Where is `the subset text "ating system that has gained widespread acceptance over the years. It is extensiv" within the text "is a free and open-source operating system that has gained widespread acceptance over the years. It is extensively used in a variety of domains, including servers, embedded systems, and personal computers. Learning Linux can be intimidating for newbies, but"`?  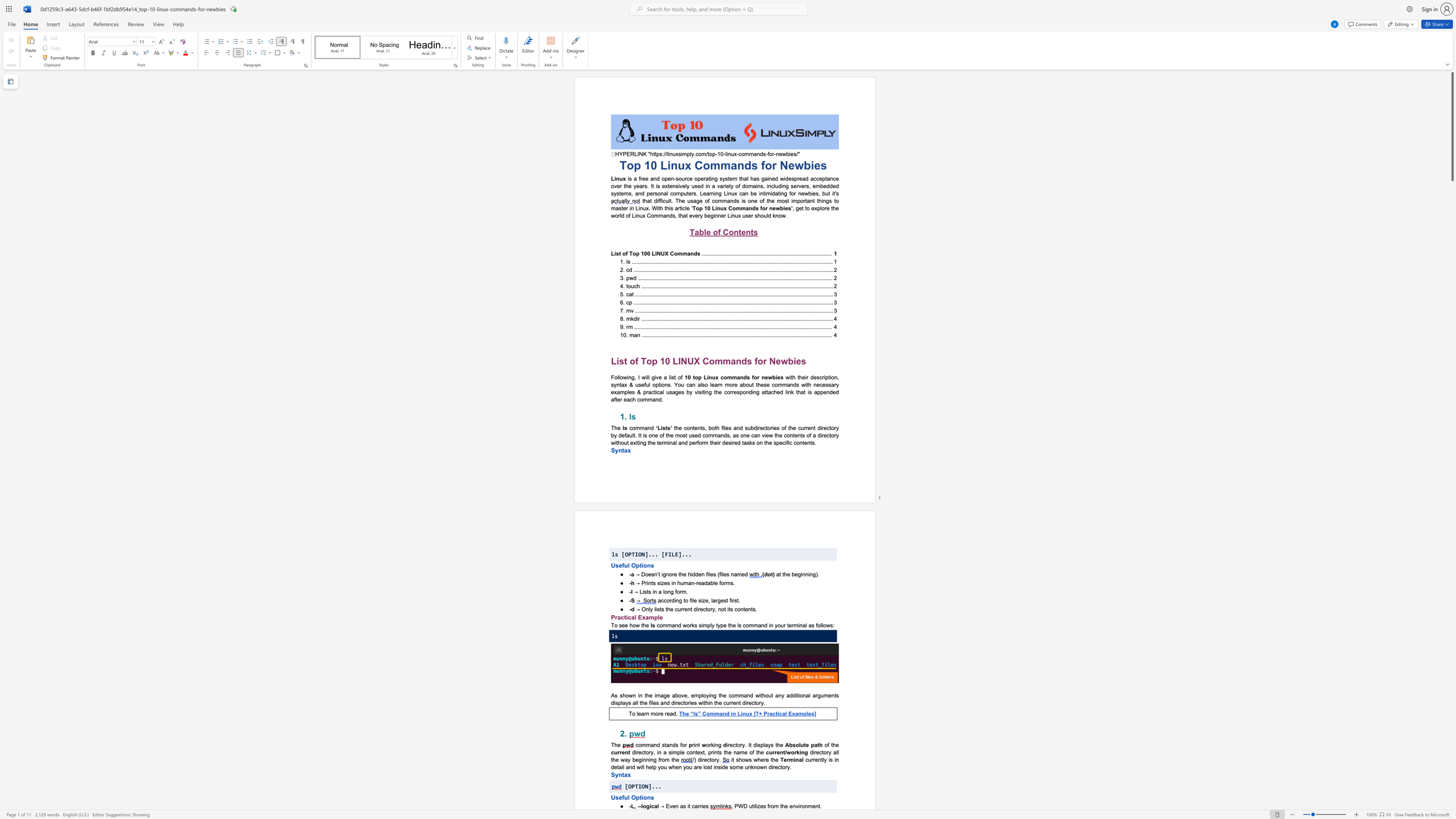
the subset text "ating system that has gained widespread acceptance over the years. It is extensiv" within the text "is a free and open-source operating system that has gained widespread acceptance over the years. It is extensively used in a variety of domains, including servers, embedded systems, and personal computers. Learning Linux can be intimidating for newbies, but" is located at coordinates (704, 179).